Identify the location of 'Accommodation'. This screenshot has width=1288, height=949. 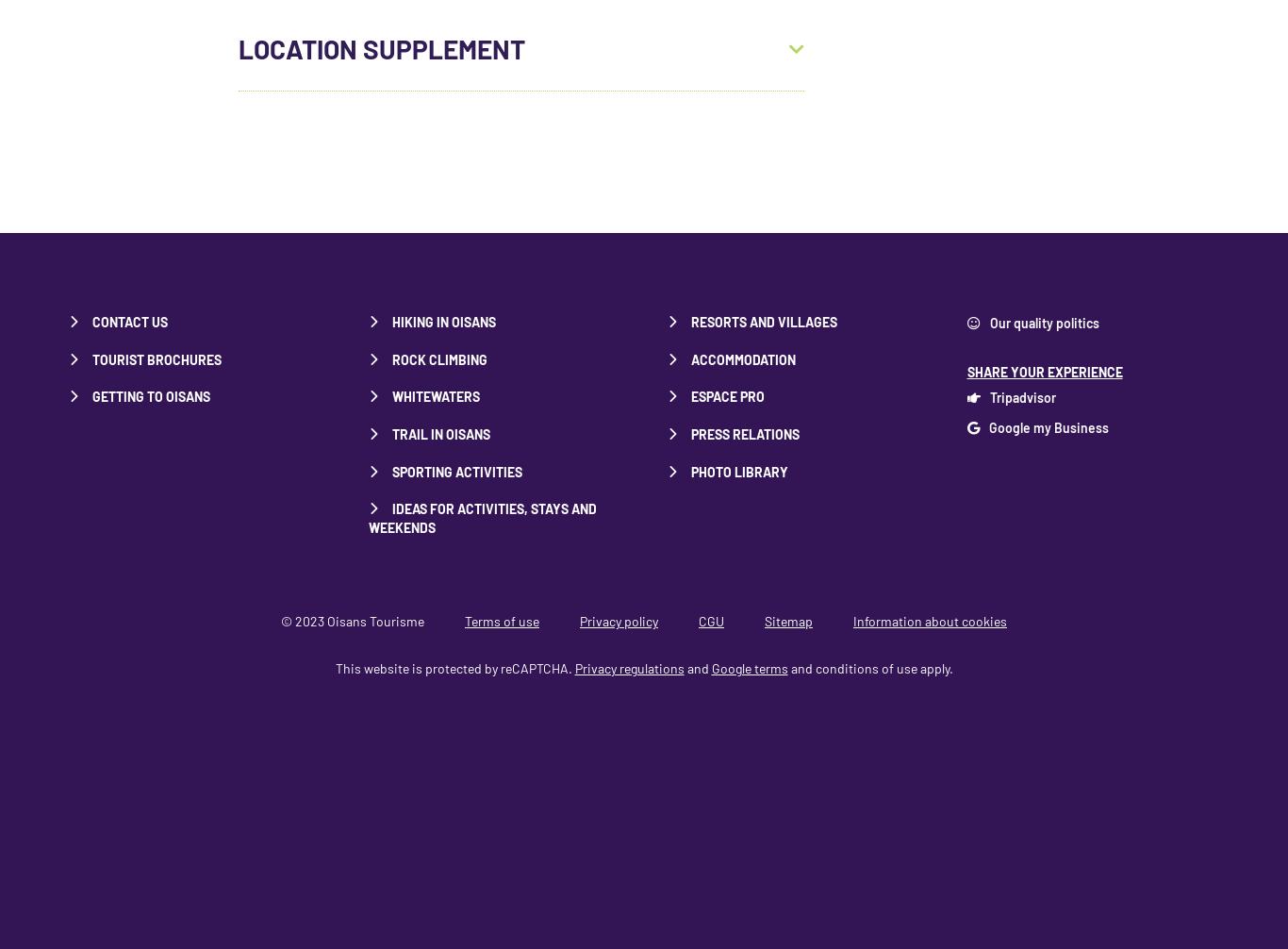
(743, 358).